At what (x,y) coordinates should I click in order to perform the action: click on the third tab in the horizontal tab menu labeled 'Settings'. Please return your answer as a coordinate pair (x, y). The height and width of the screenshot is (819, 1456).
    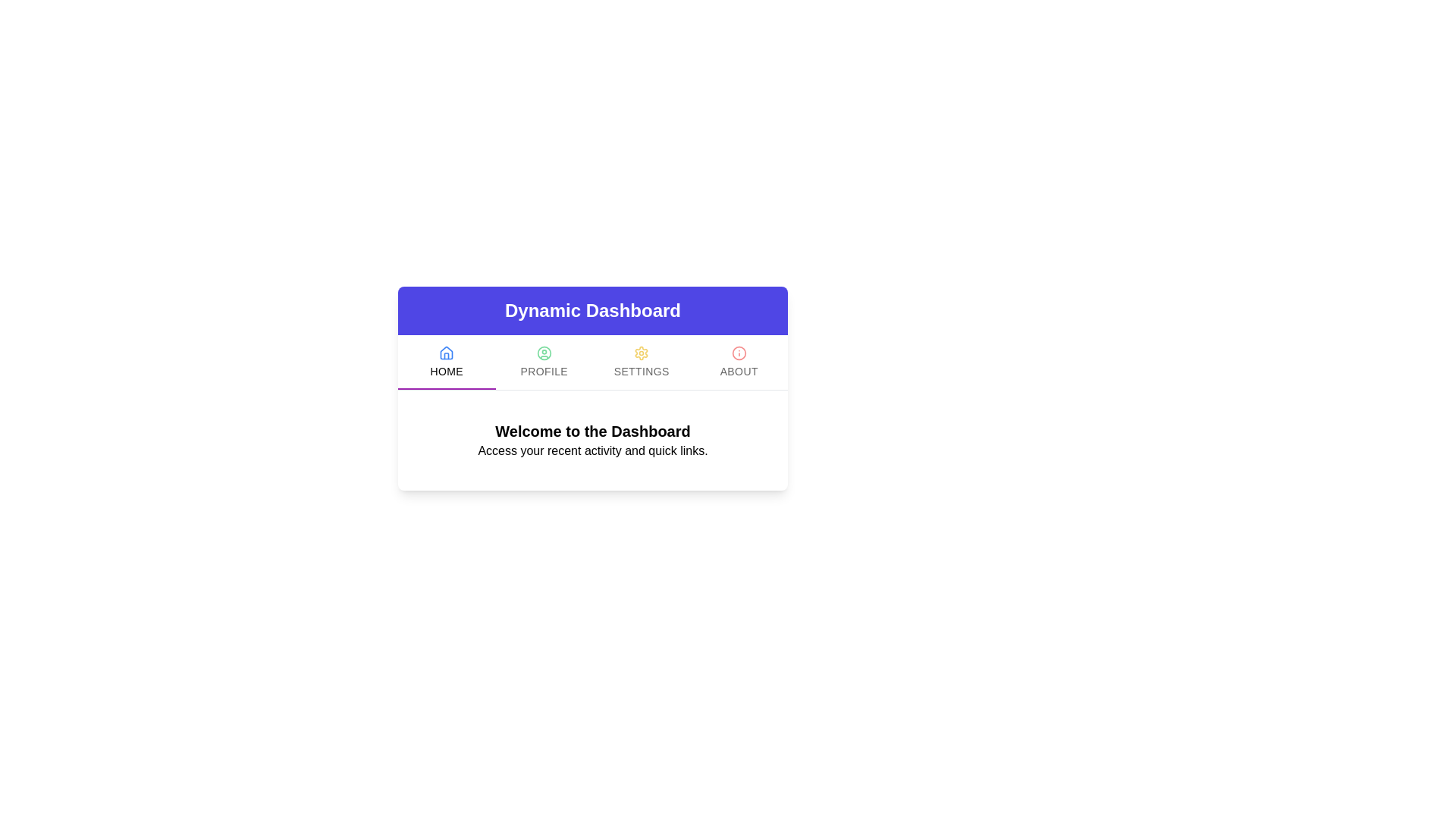
    Looking at the image, I should click on (642, 362).